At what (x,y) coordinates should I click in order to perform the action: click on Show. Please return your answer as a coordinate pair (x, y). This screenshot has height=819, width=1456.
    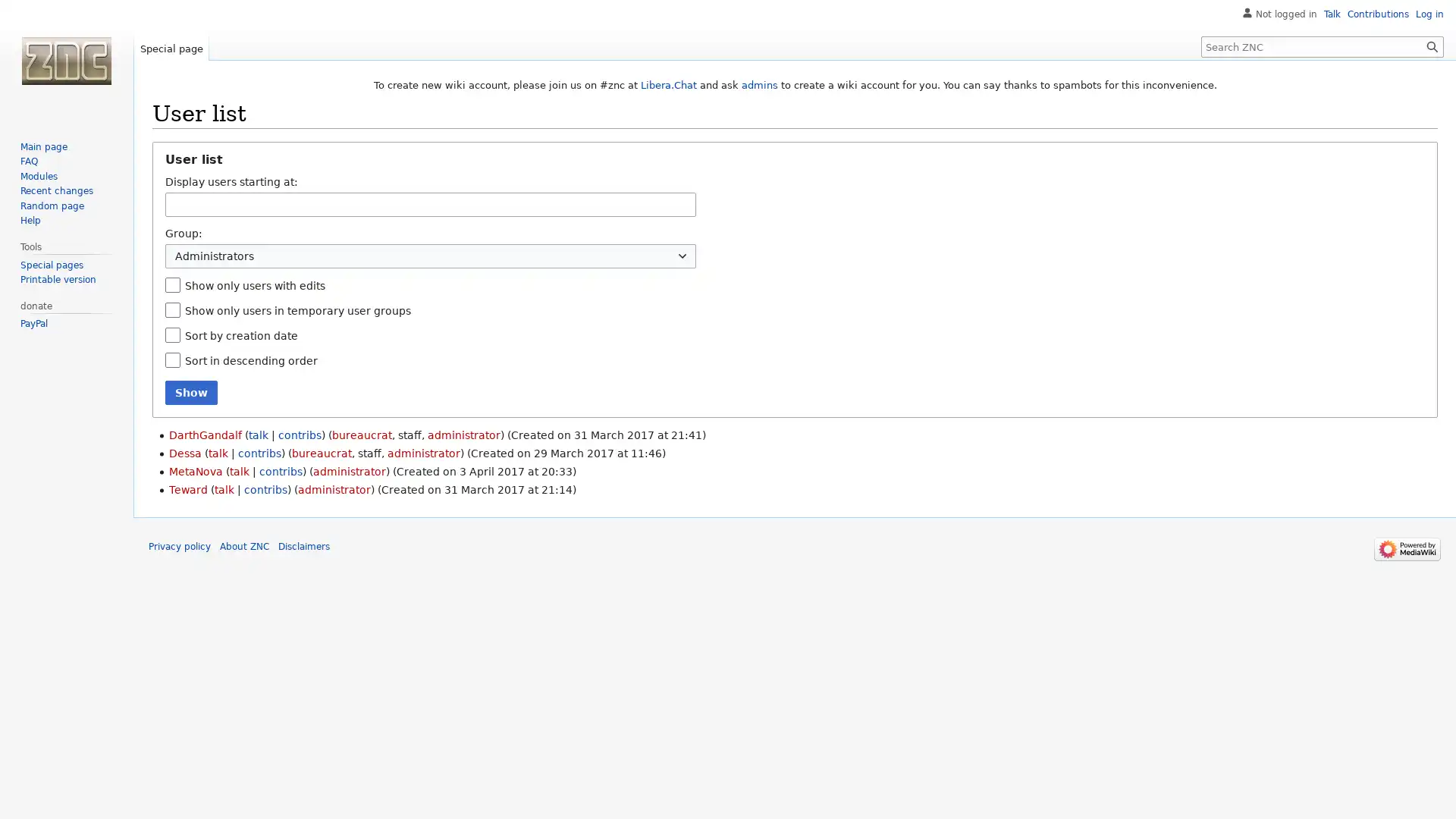
    Looking at the image, I should click on (190, 391).